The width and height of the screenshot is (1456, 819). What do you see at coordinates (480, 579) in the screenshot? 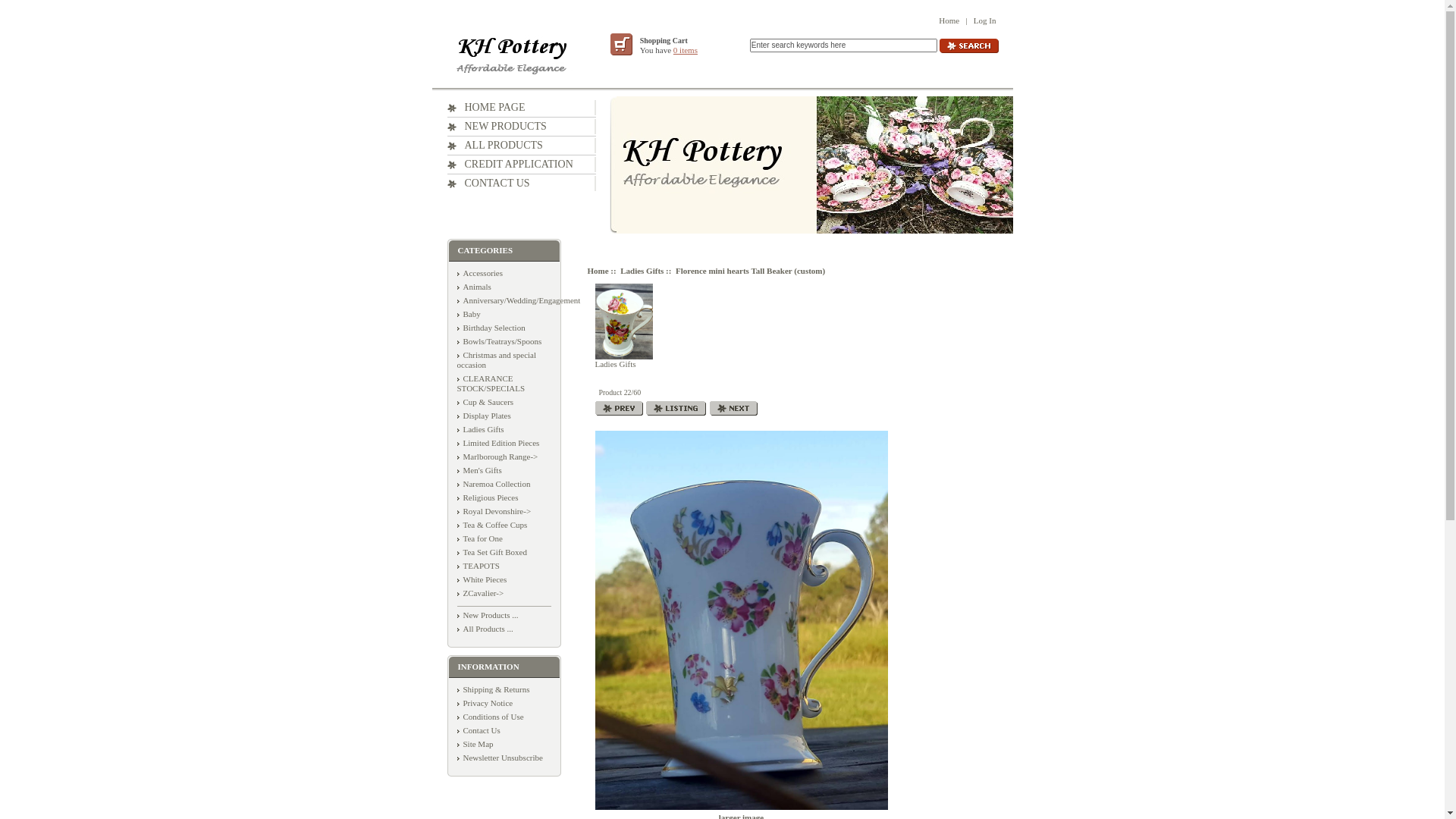
I see `'White Pieces'` at bounding box center [480, 579].